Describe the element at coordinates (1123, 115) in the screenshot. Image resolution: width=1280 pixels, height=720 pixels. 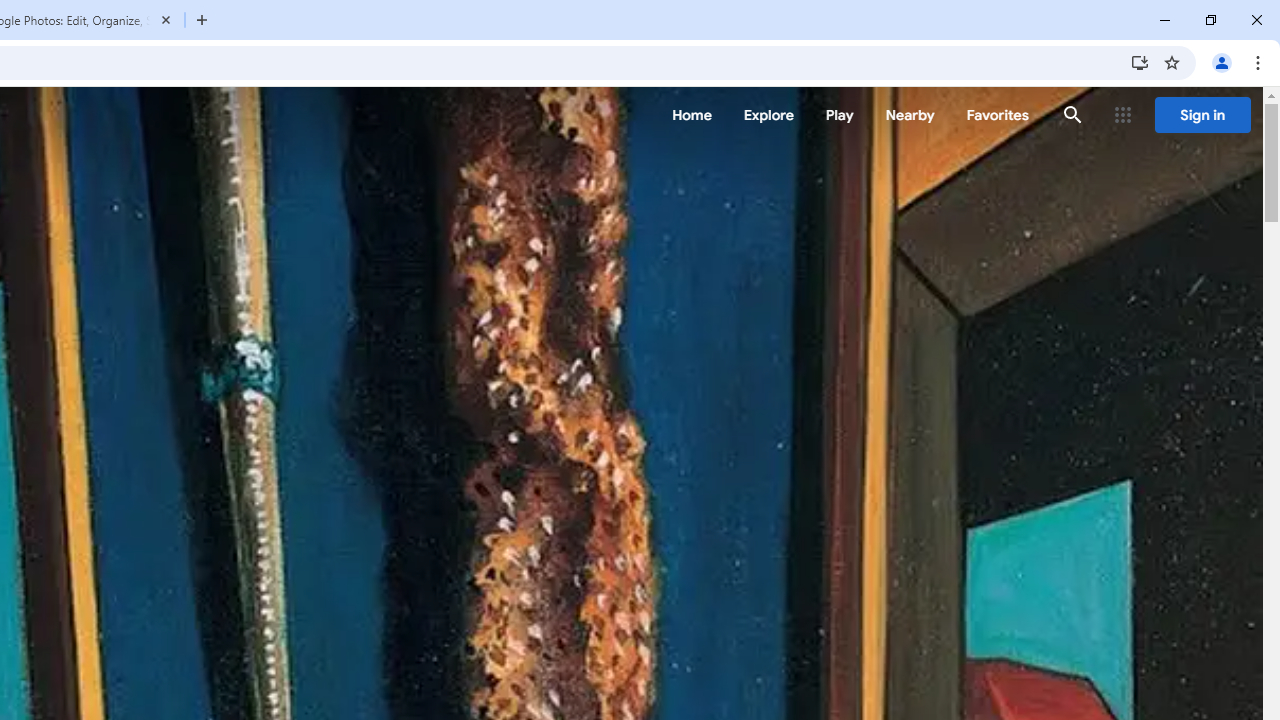
I see `'Google apps'` at that location.